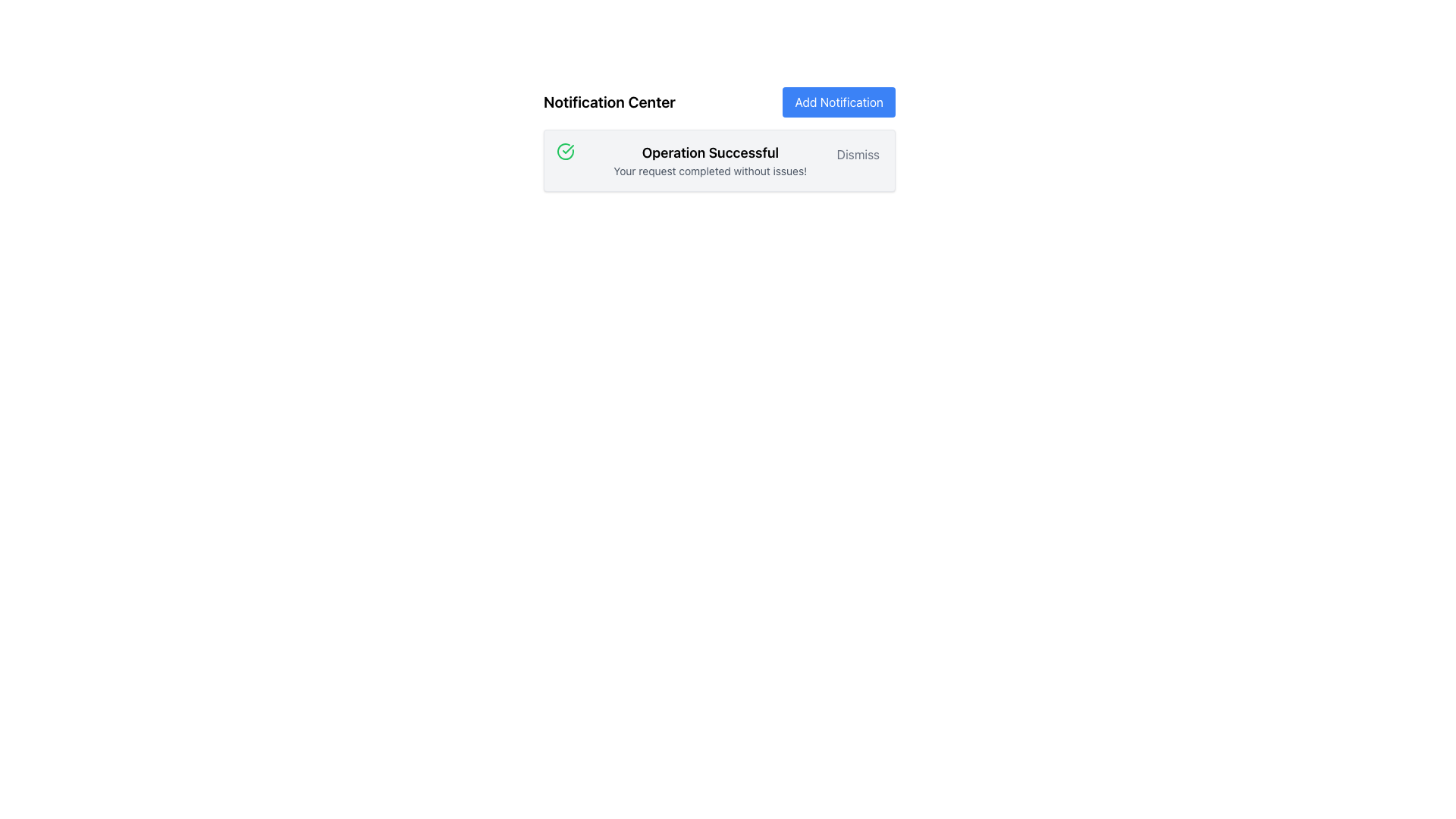 The image size is (1456, 819). I want to click on the dismiss button located in the top-right corner of the notification card following the message 'Operation Successful' to observe the styling change, so click(858, 155).